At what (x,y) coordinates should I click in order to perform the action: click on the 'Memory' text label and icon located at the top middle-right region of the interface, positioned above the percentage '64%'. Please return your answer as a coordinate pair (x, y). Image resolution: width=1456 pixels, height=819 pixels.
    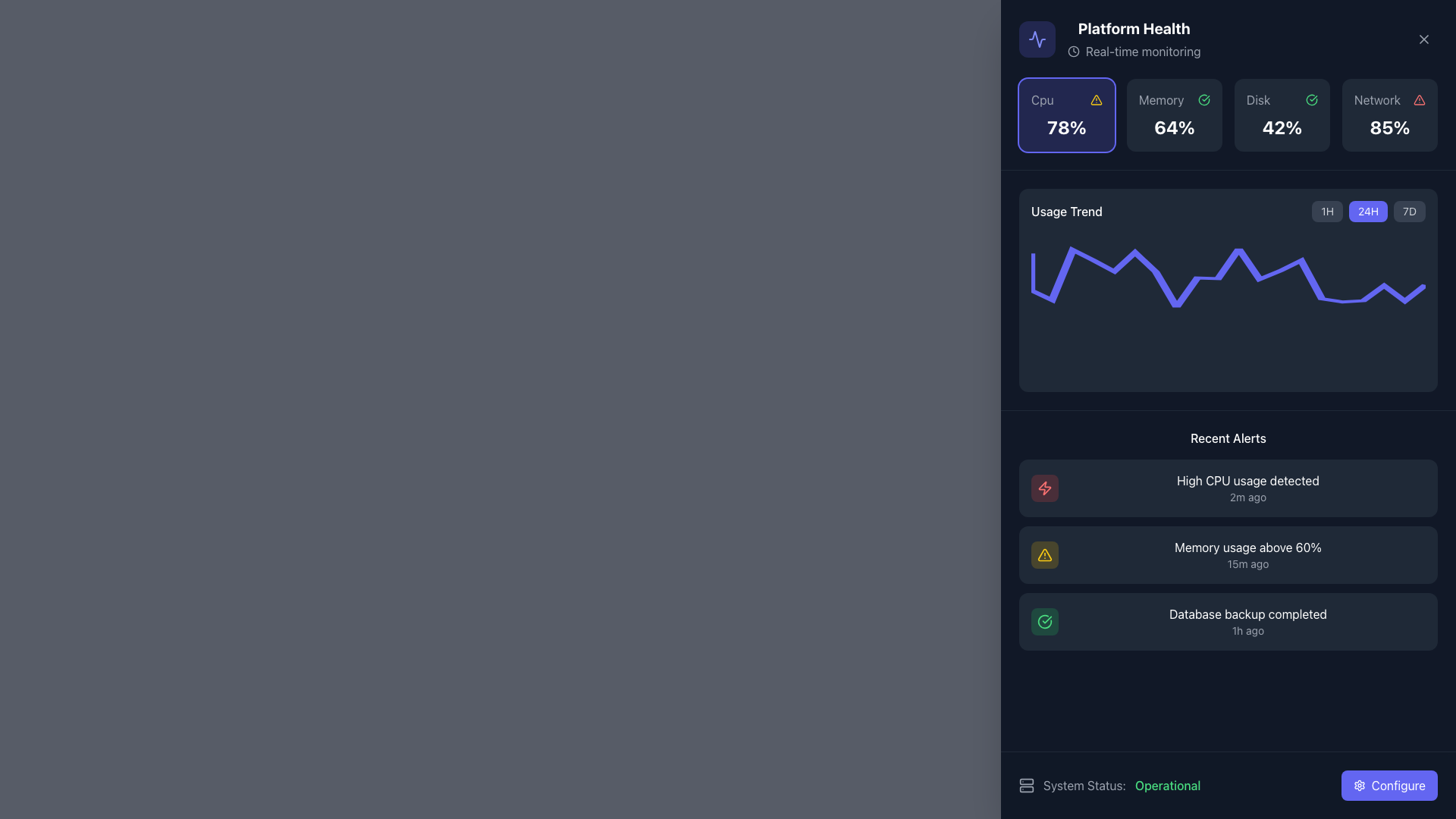
    Looking at the image, I should click on (1174, 99).